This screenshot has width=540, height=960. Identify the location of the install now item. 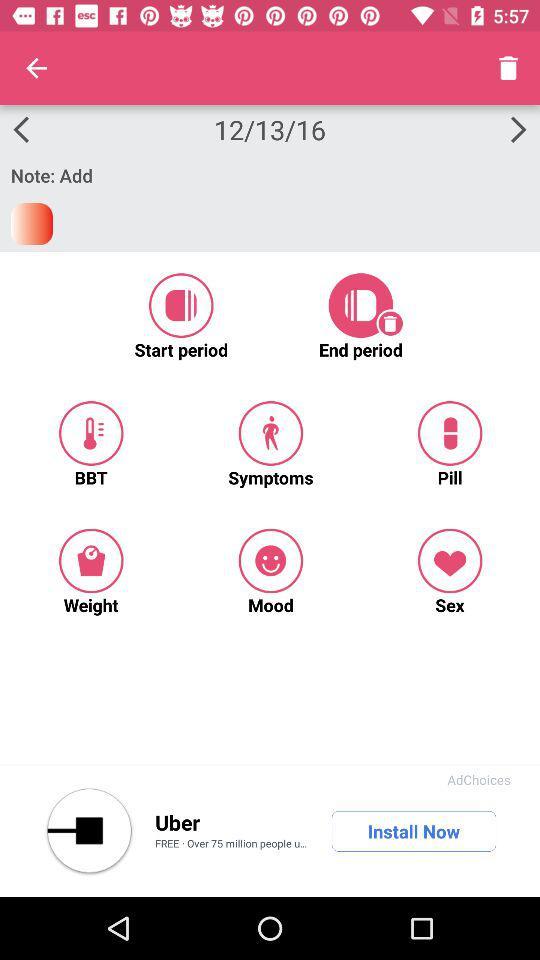
(413, 831).